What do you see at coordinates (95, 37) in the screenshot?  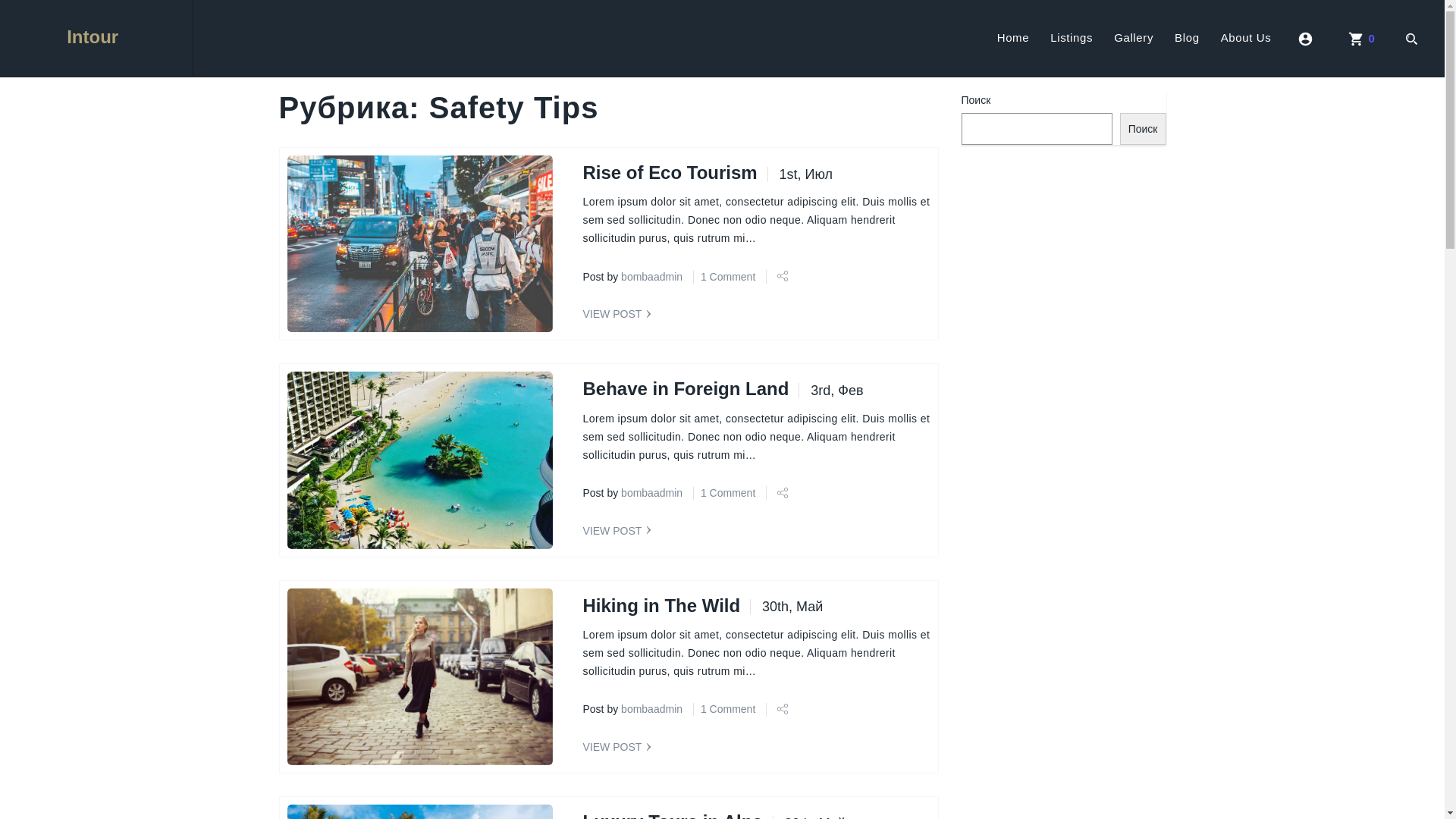 I see `'Intour'` at bounding box center [95, 37].